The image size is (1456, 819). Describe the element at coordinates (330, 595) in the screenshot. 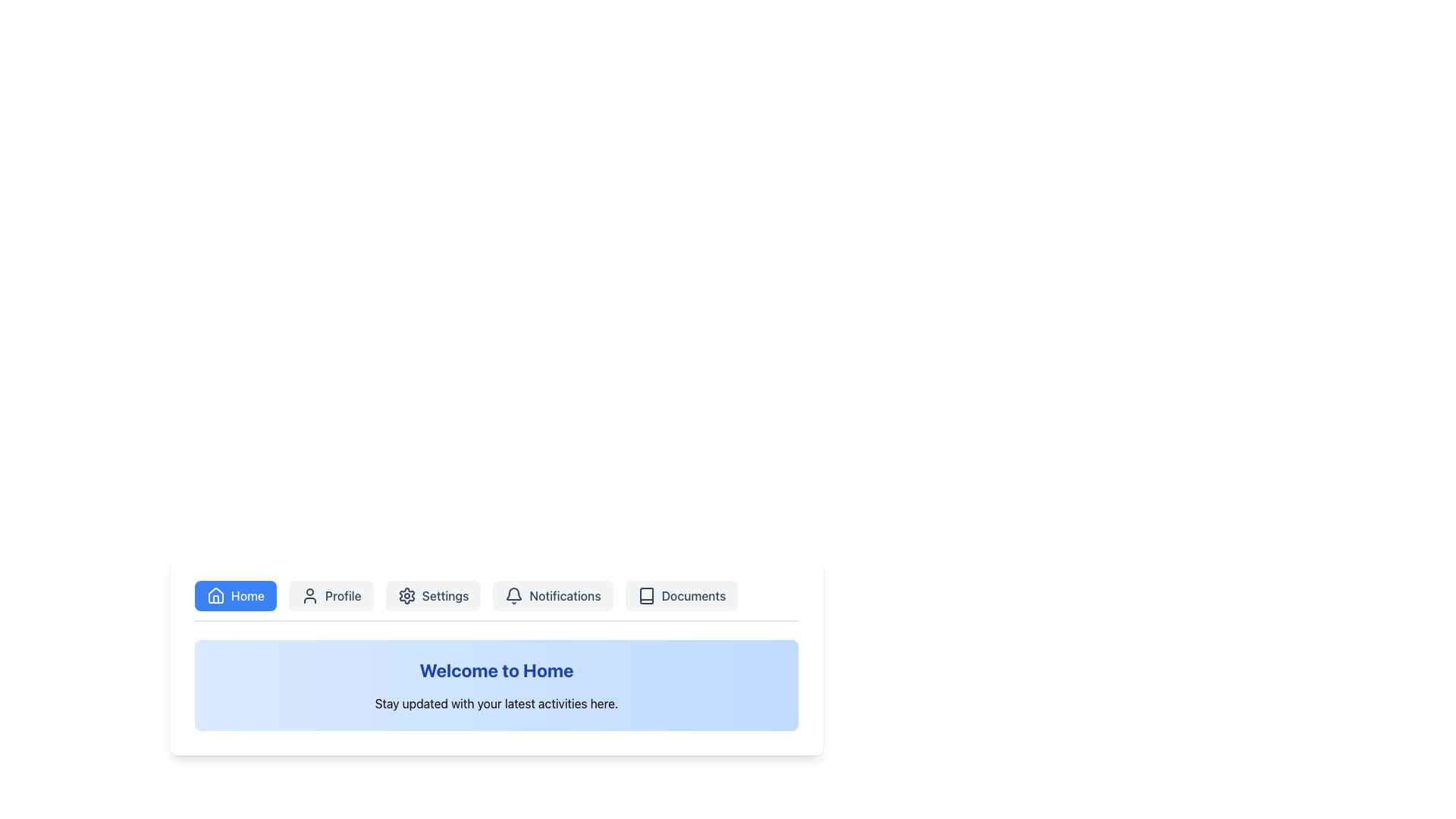

I see `the 'Profile' button, which is a rounded rectangular button with a user profile icon, located in the second position of the navigation menu` at that location.